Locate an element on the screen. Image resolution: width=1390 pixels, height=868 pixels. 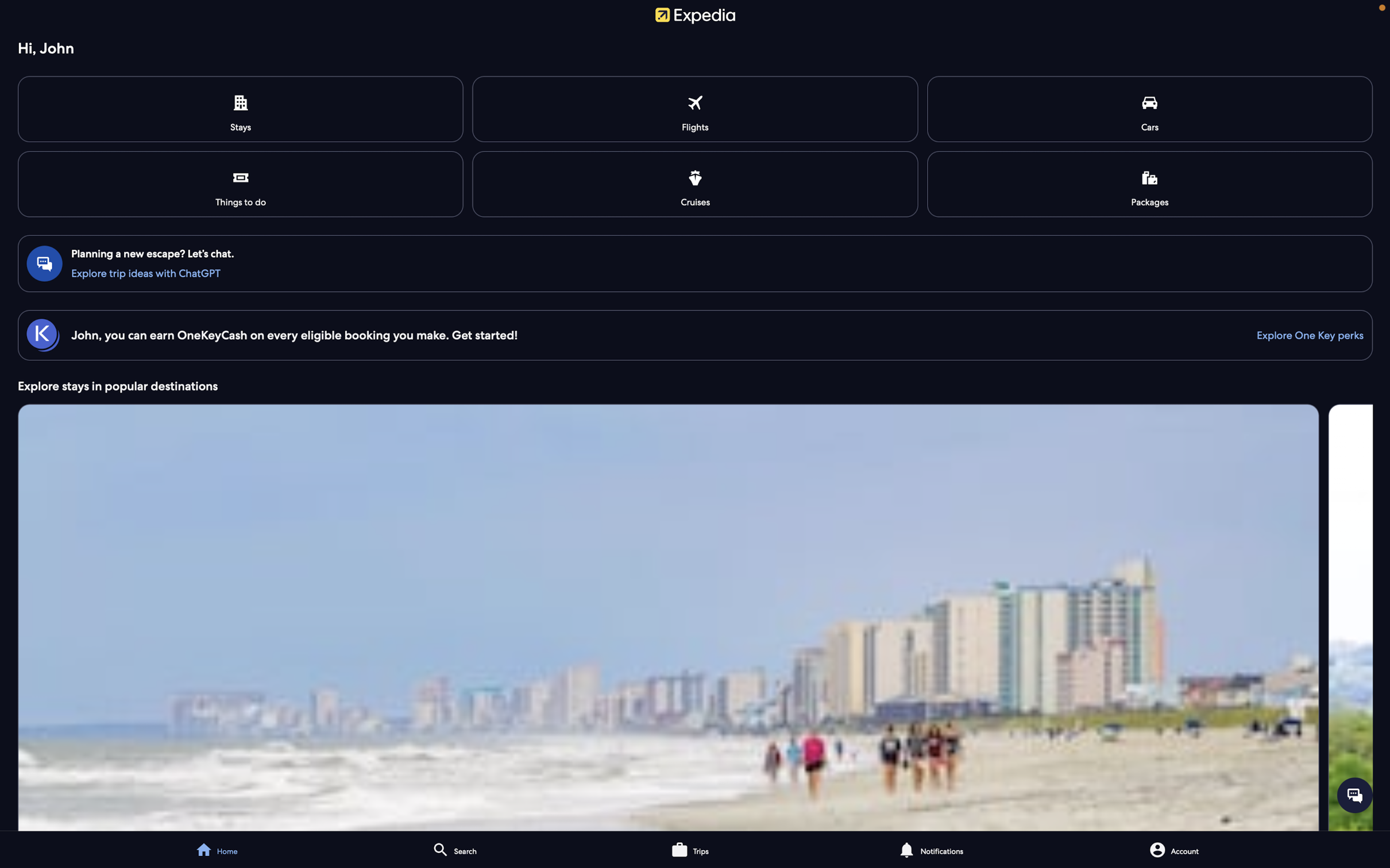
View and book available cruises is located at coordinates (695, 183).